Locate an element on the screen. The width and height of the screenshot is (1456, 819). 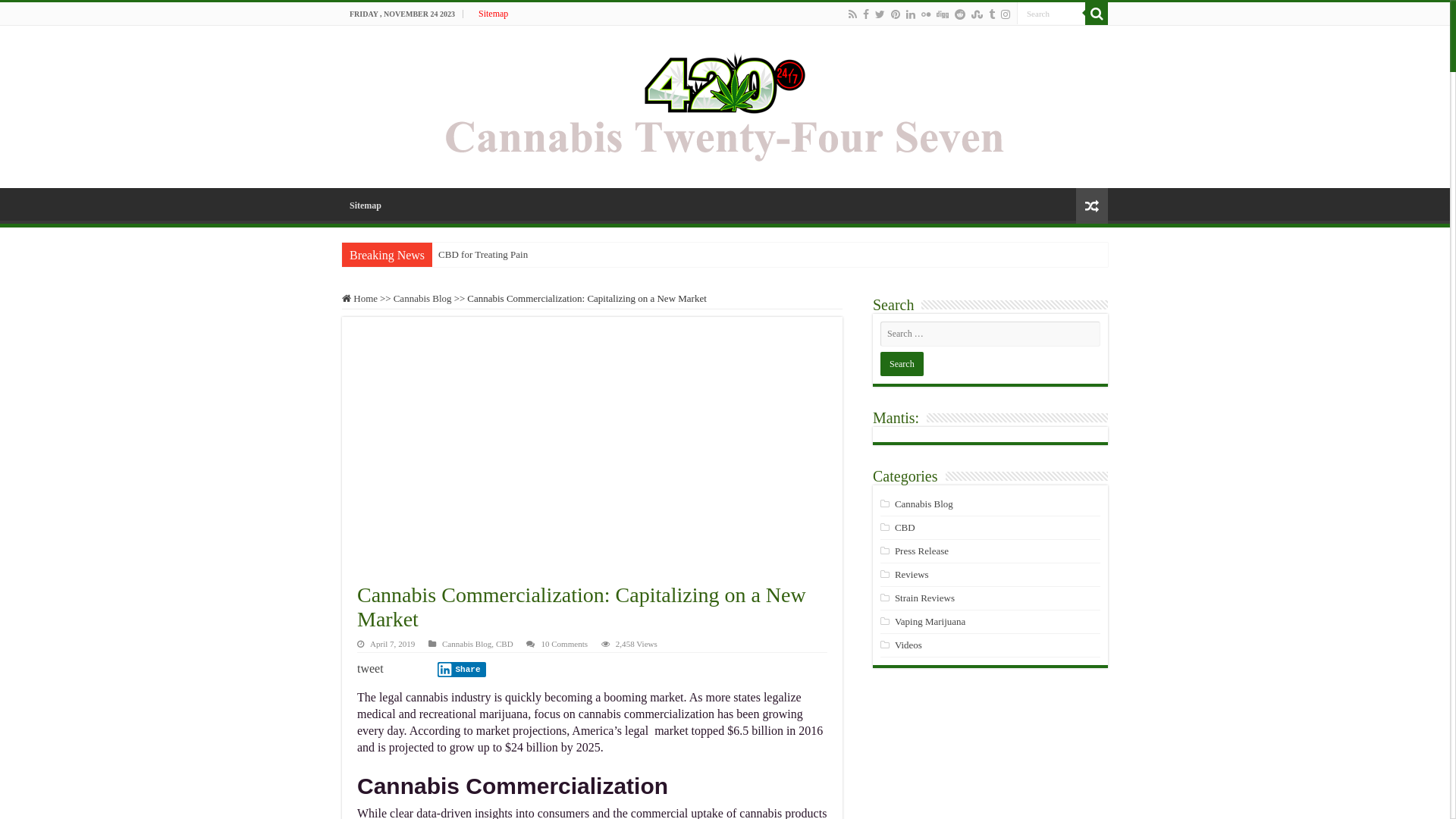
'Pinterest' is located at coordinates (895, 14).